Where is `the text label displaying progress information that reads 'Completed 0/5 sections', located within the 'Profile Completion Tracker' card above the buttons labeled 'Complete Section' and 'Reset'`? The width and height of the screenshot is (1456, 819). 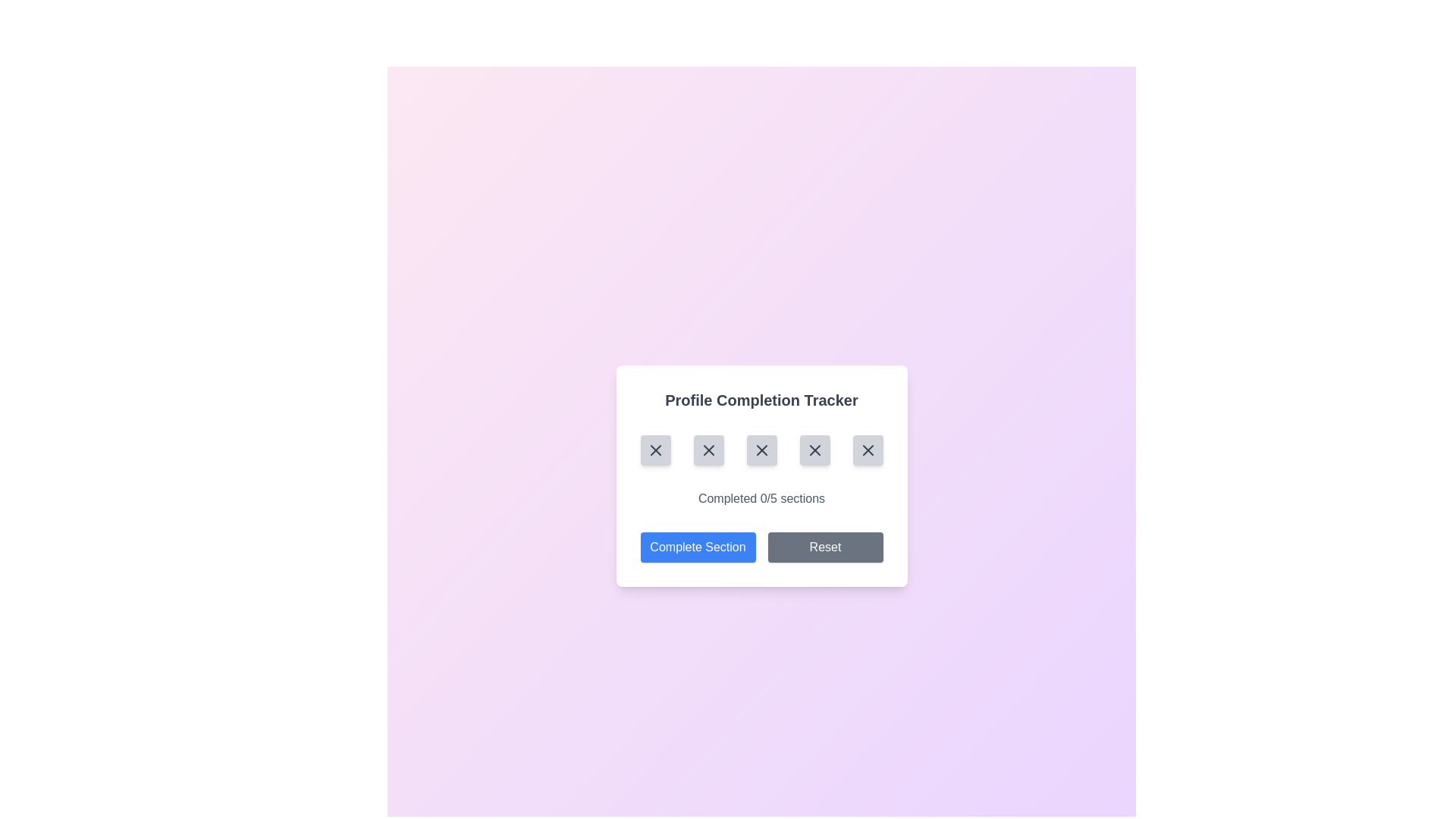 the text label displaying progress information that reads 'Completed 0/5 sections', located within the 'Profile Completion Tracker' card above the buttons labeled 'Complete Section' and 'Reset' is located at coordinates (761, 499).